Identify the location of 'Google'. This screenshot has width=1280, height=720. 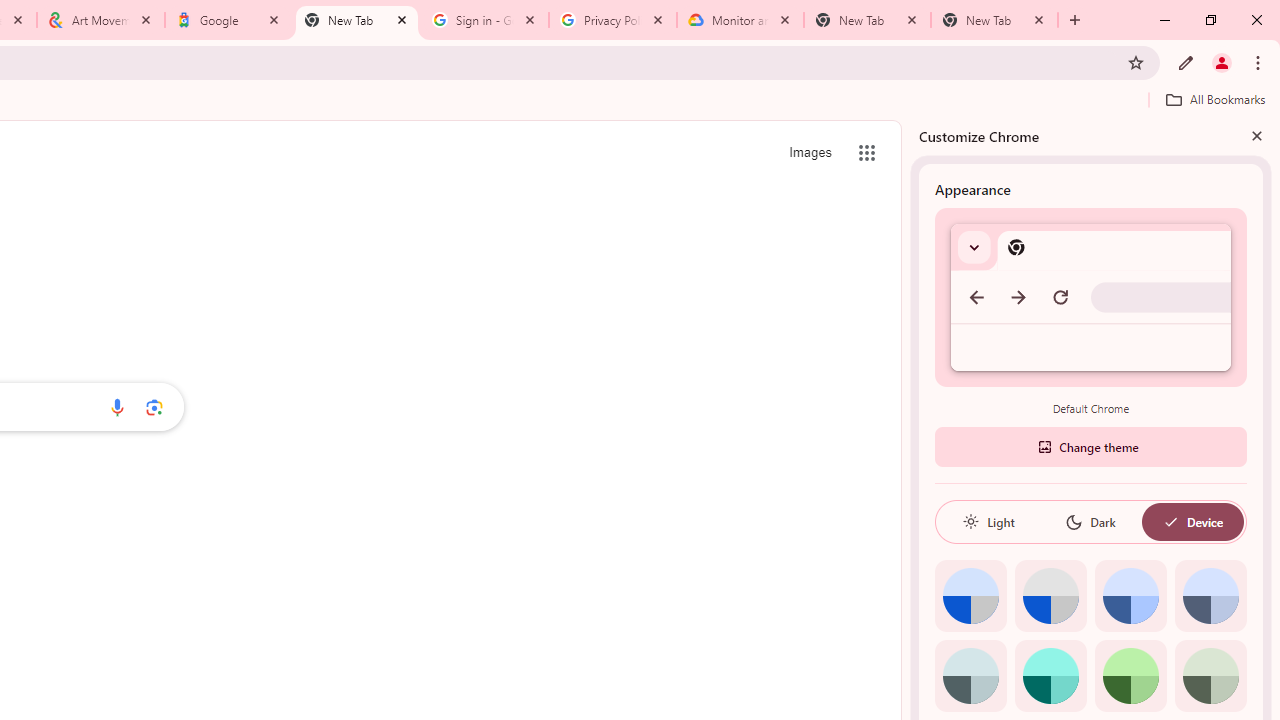
(229, 20).